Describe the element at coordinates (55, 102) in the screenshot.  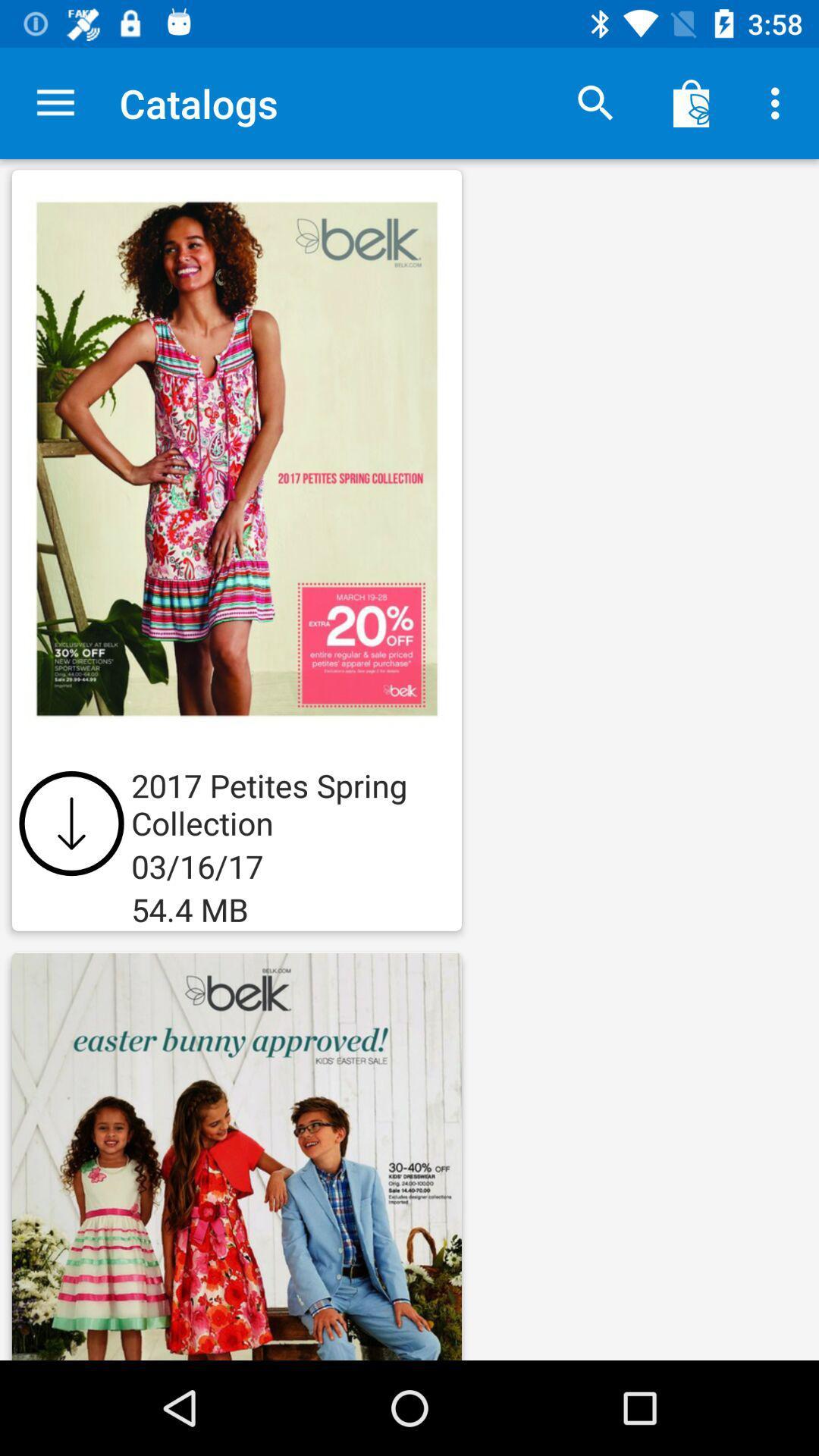
I see `icon next to the catalogs` at that location.